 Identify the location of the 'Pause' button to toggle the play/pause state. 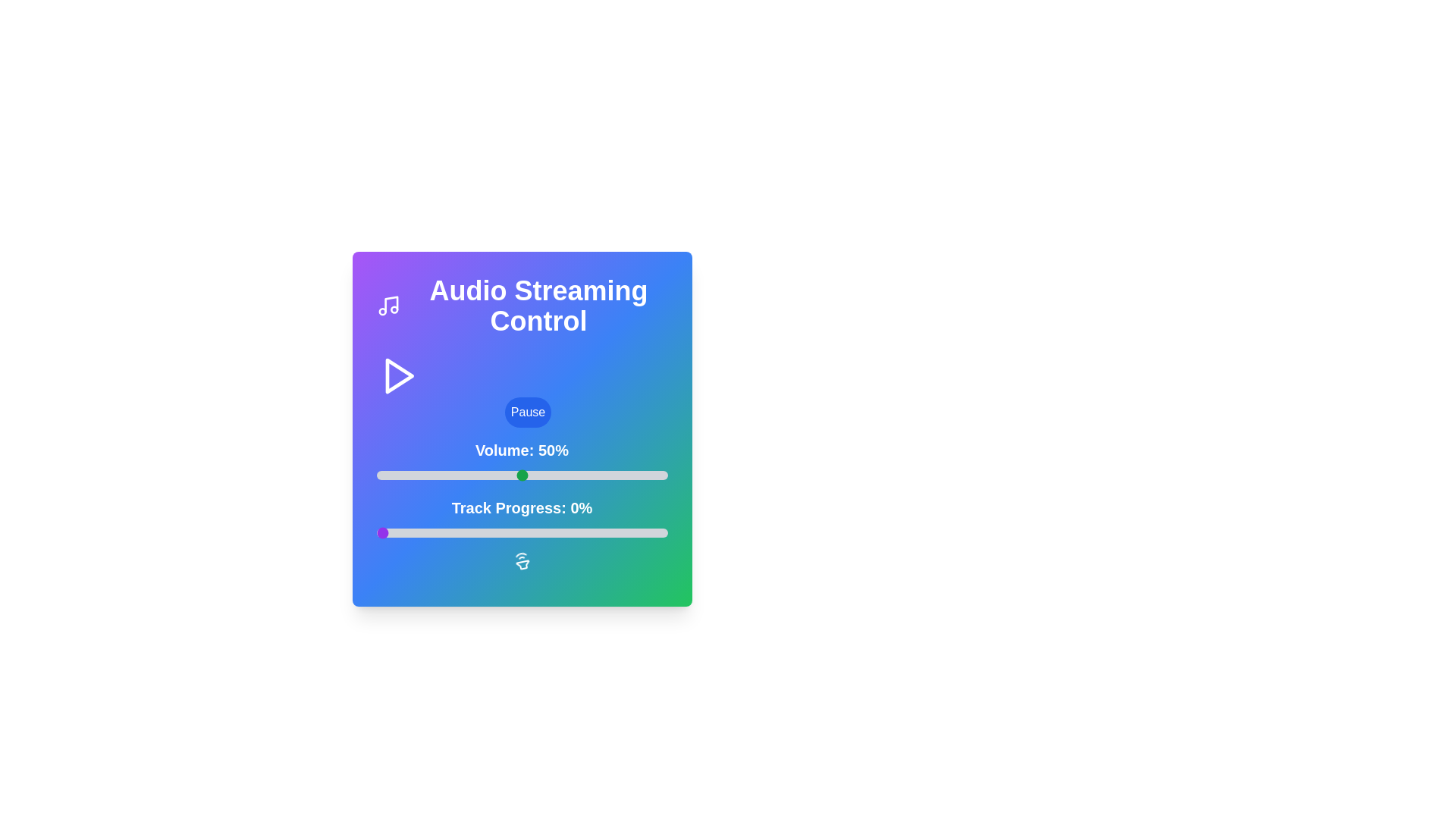
(528, 412).